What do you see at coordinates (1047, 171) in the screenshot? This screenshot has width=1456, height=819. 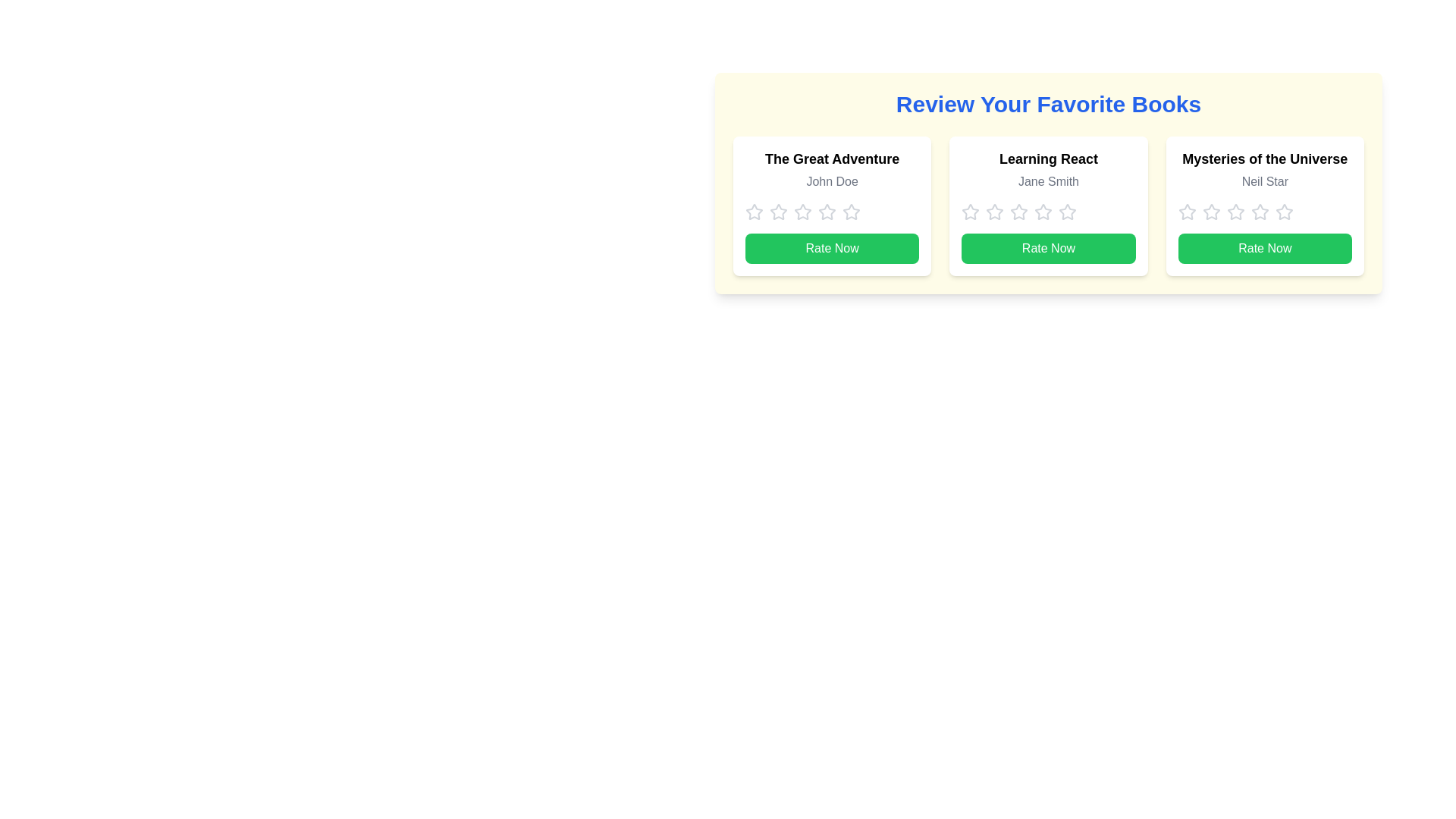 I see `the title of the book and the author's name displayed at the top-middle of the second card in a three-card horizontal row` at bounding box center [1047, 171].